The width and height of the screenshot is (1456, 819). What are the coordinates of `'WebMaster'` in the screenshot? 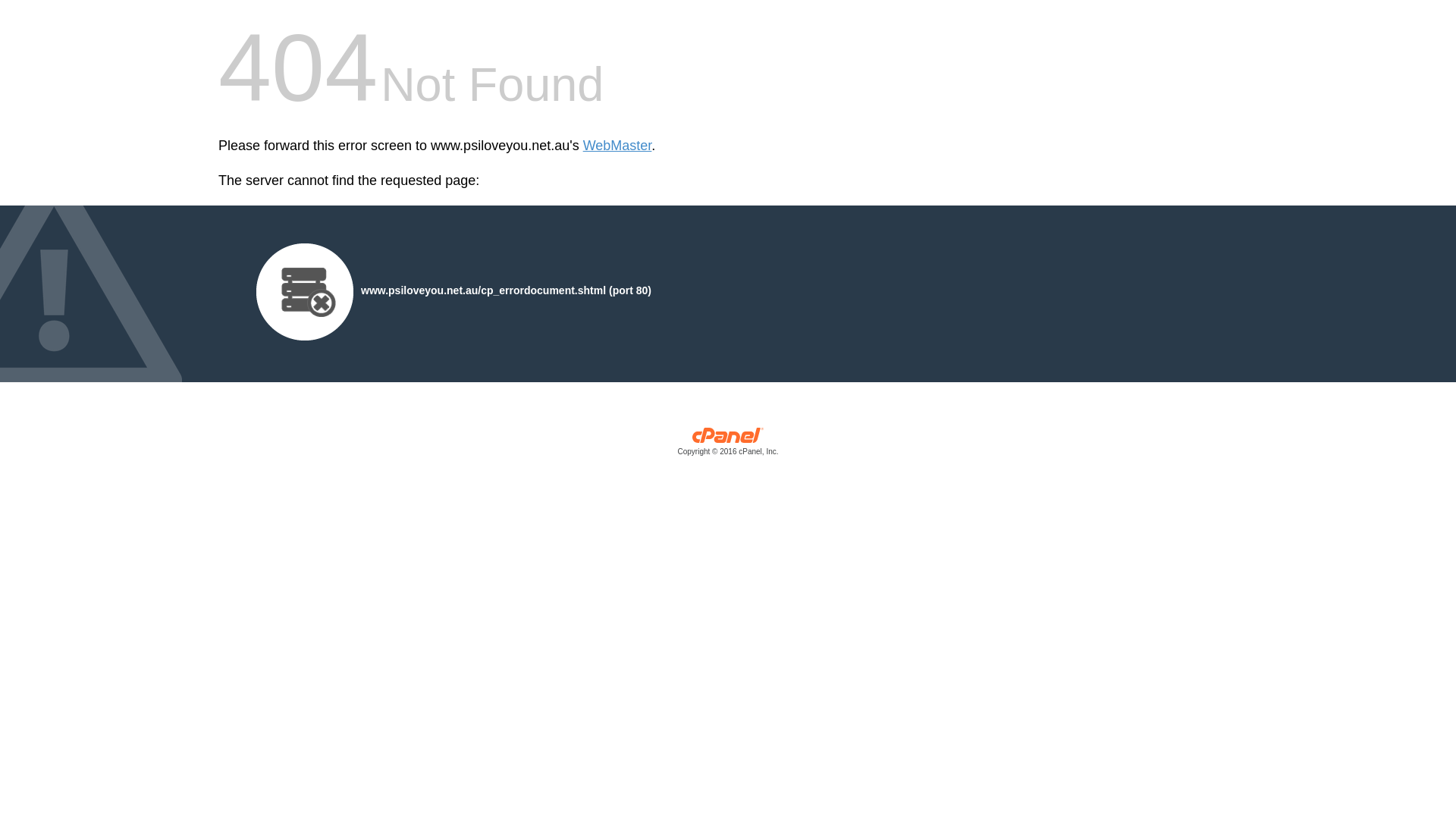 It's located at (617, 146).